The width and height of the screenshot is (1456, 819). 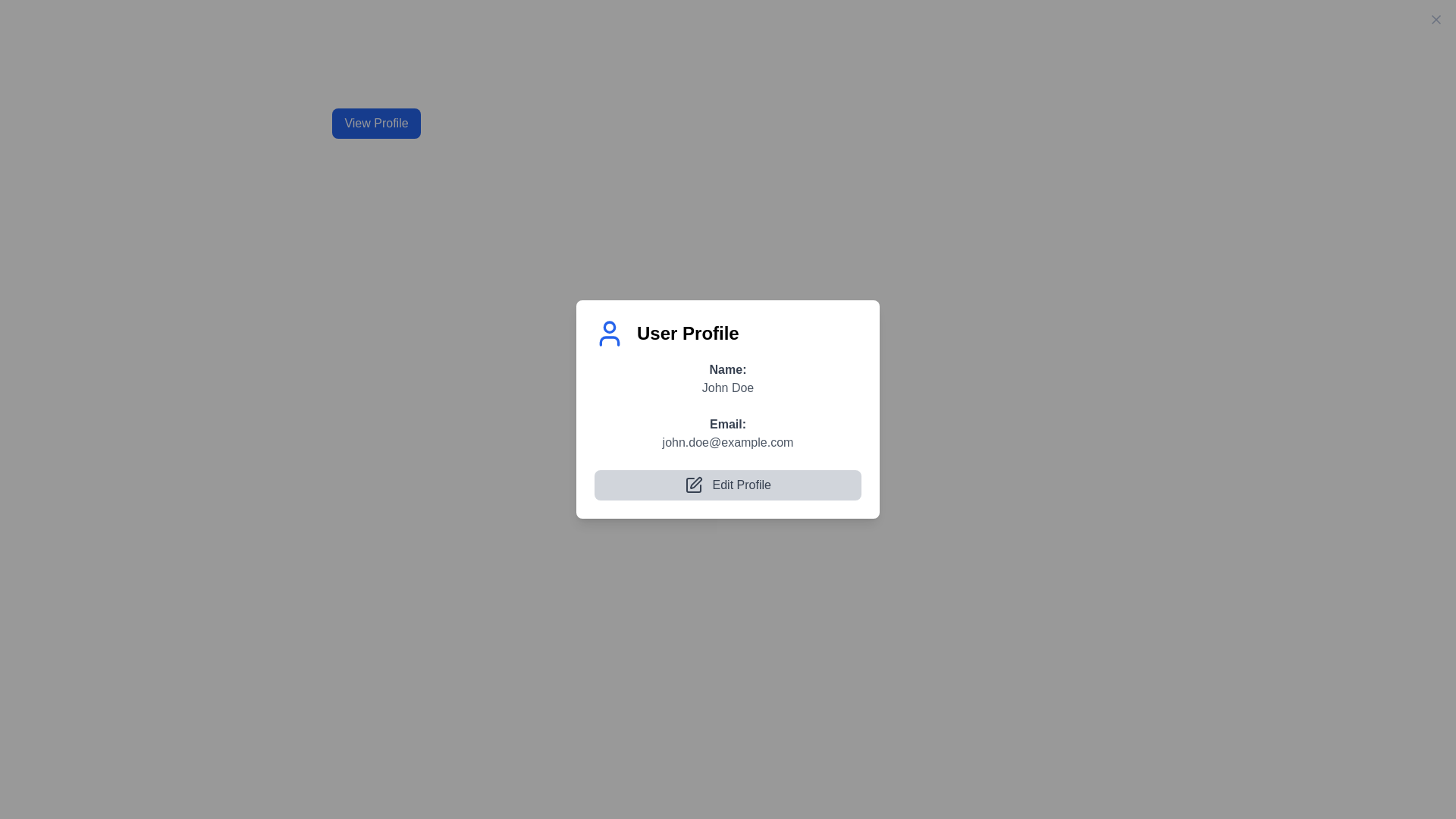 I want to click on the Information Display Section that includes the user's name 'John Doe' and email 'john.doe@example.com', which is located in the card titled 'User Profile', so click(x=728, y=430).